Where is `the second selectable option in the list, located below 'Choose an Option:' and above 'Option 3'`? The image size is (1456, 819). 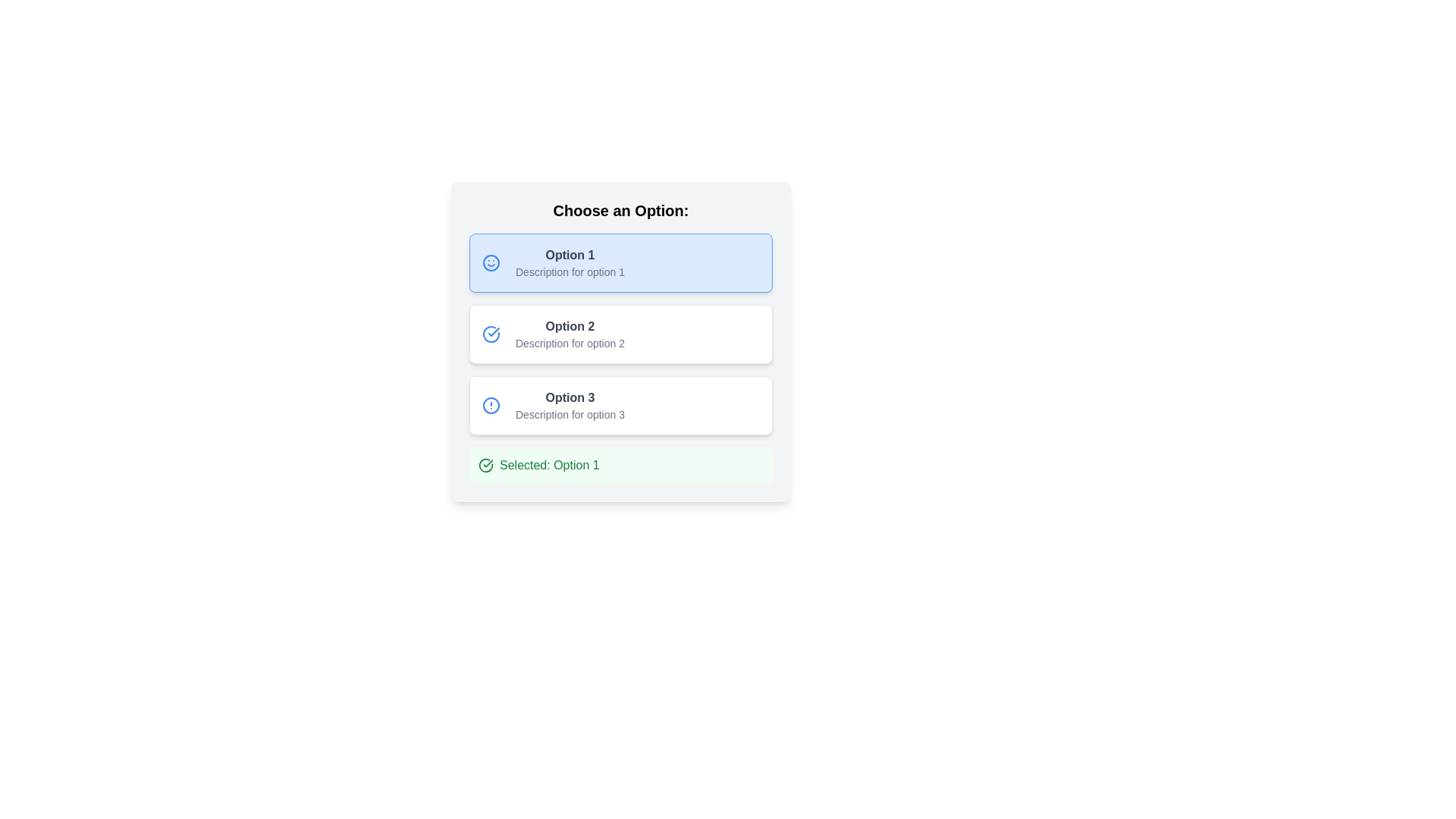
the second selectable option in the list, located below 'Choose an Option:' and above 'Option 3' is located at coordinates (621, 333).